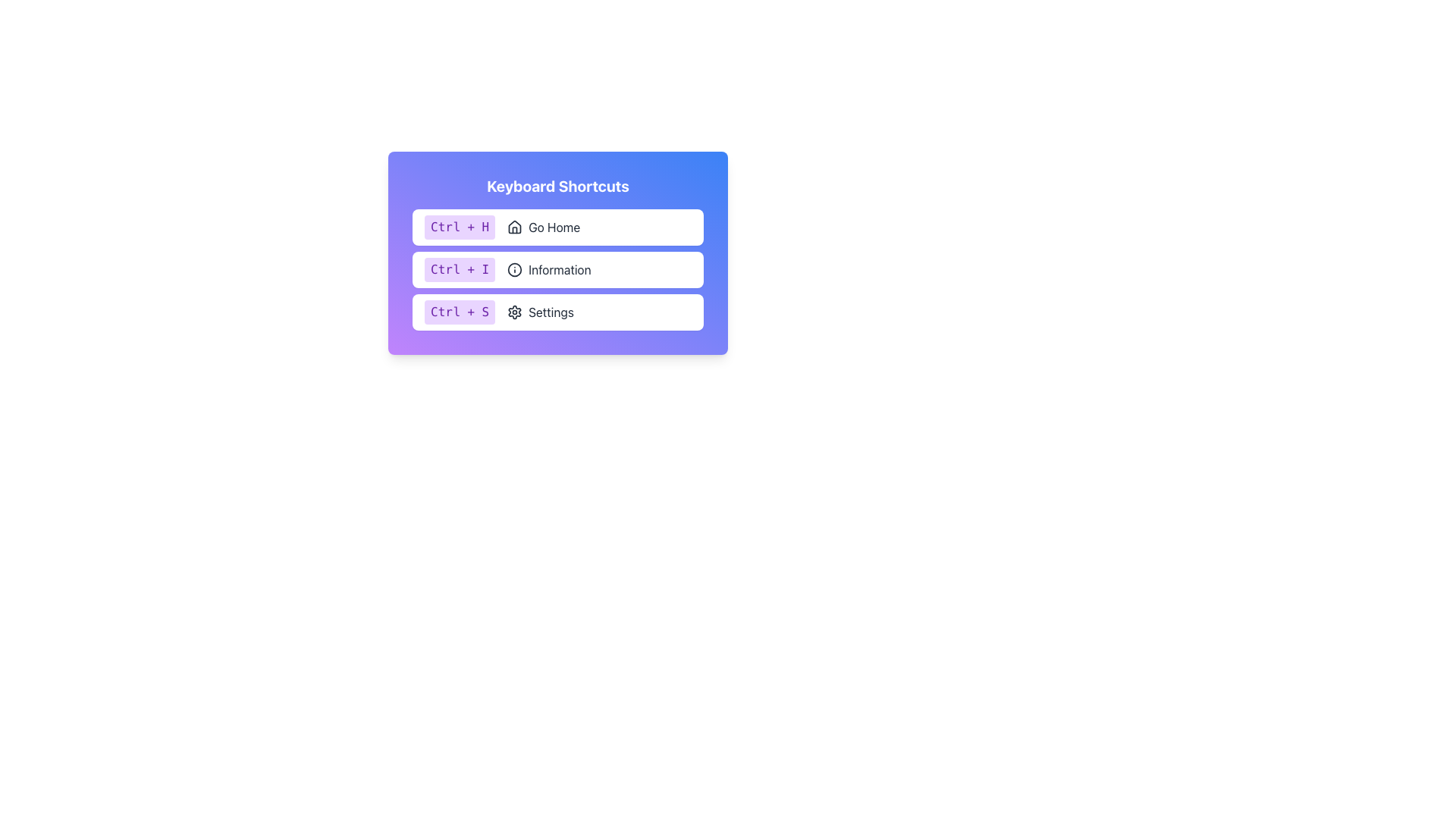  I want to click on the decorative outer circular frame of the information icon, which is the SVG circle graphic element located in the middle row of the shortcut list, so click(515, 268).